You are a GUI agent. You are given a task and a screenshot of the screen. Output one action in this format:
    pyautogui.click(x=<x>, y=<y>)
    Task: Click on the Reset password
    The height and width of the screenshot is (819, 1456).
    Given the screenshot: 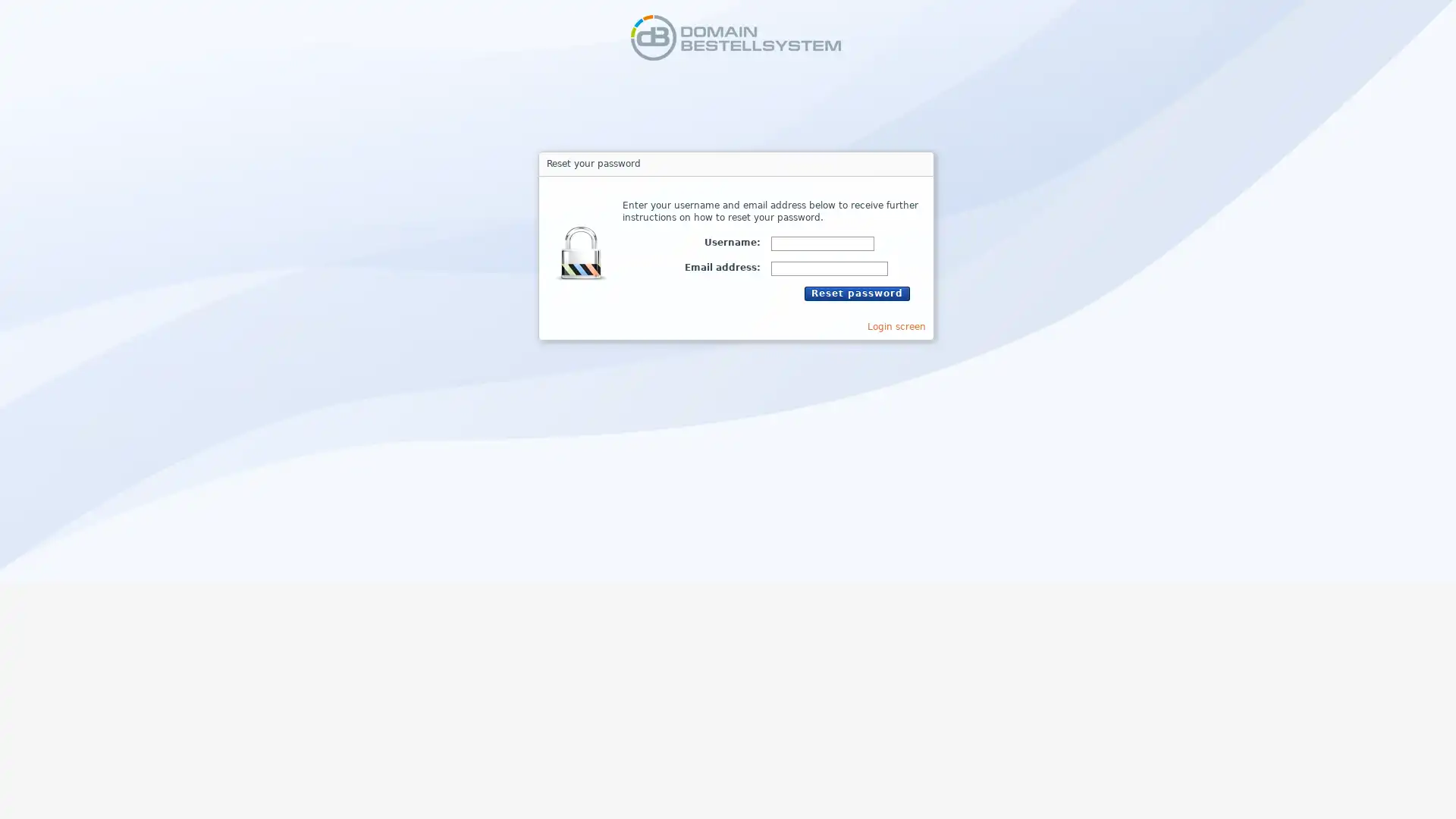 What is the action you would take?
    pyautogui.click(x=856, y=293)
    